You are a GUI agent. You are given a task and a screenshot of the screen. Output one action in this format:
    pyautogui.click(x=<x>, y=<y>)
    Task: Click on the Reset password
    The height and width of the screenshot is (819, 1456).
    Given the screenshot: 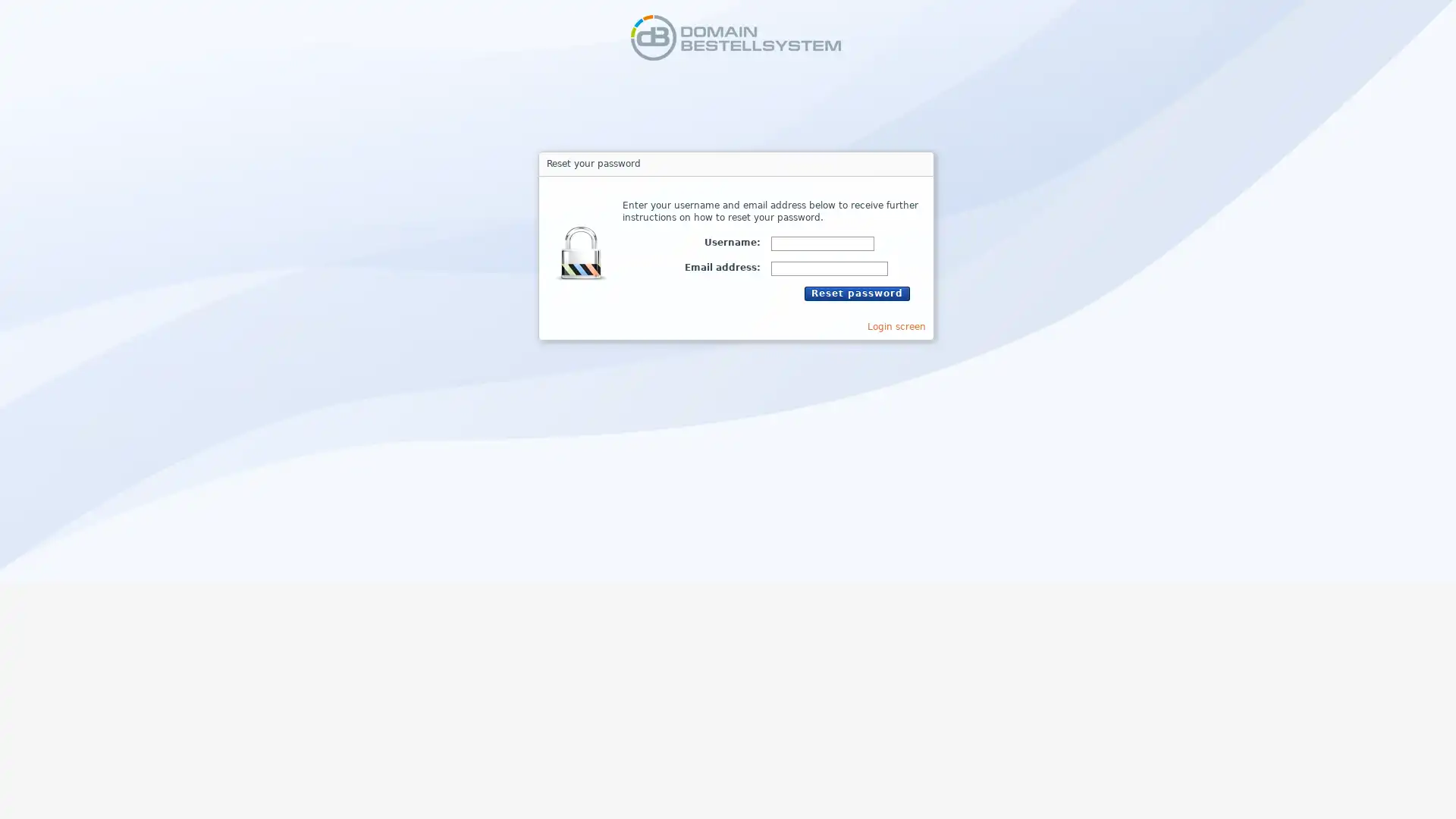 What is the action you would take?
    pyautogui.click(x=856, y=293)
    